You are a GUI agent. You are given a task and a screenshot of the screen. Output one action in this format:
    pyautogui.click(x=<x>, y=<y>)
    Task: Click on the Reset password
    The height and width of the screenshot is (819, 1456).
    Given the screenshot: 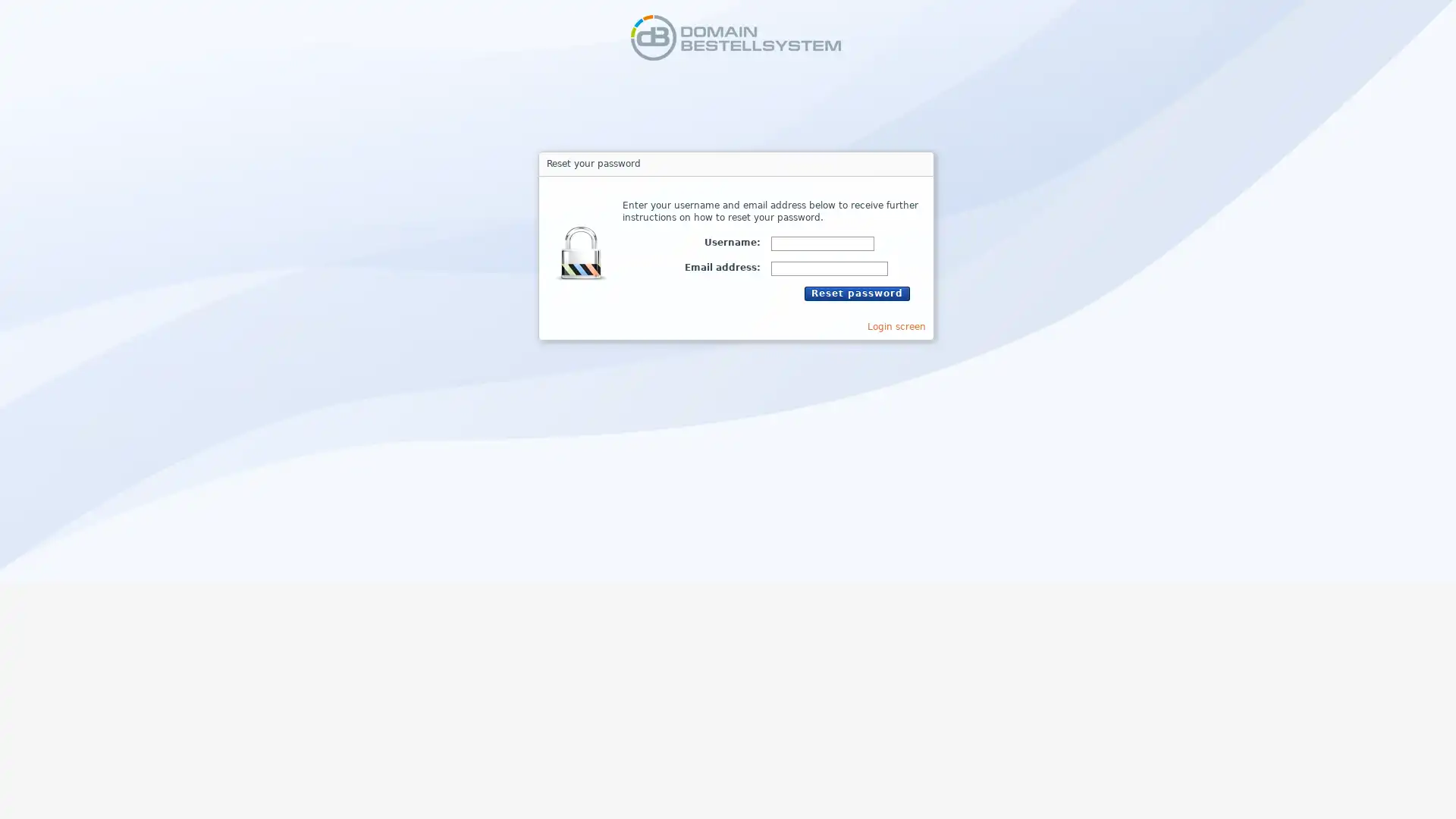 What is the action you would take?
    pyautogui.click(x=856, y=293)
    